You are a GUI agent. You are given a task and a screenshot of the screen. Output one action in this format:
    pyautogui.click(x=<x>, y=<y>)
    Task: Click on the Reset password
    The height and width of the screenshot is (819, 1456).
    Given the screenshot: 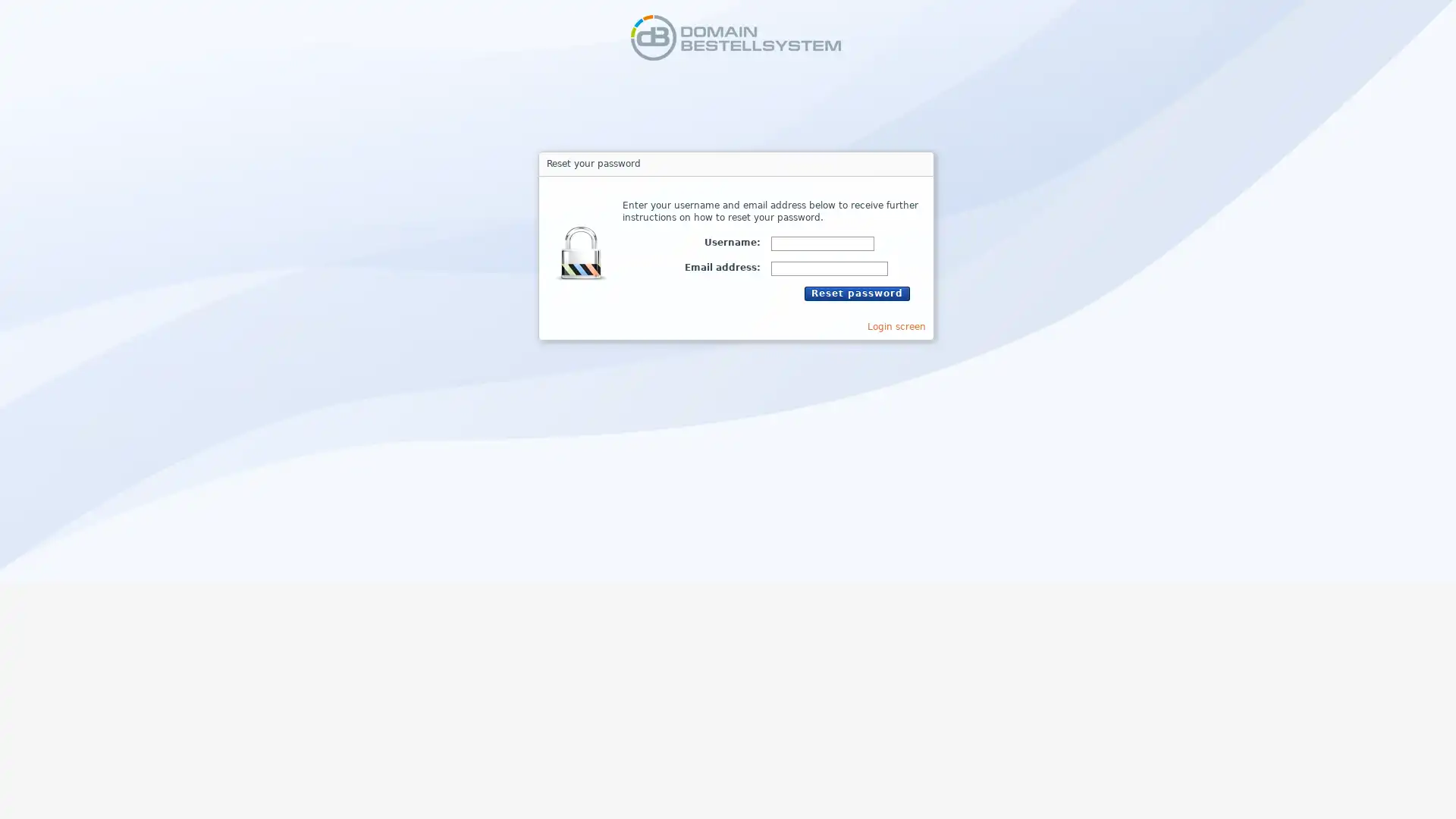 What is the action you would take?
    pyautogui.click(x=856, y=293)
    